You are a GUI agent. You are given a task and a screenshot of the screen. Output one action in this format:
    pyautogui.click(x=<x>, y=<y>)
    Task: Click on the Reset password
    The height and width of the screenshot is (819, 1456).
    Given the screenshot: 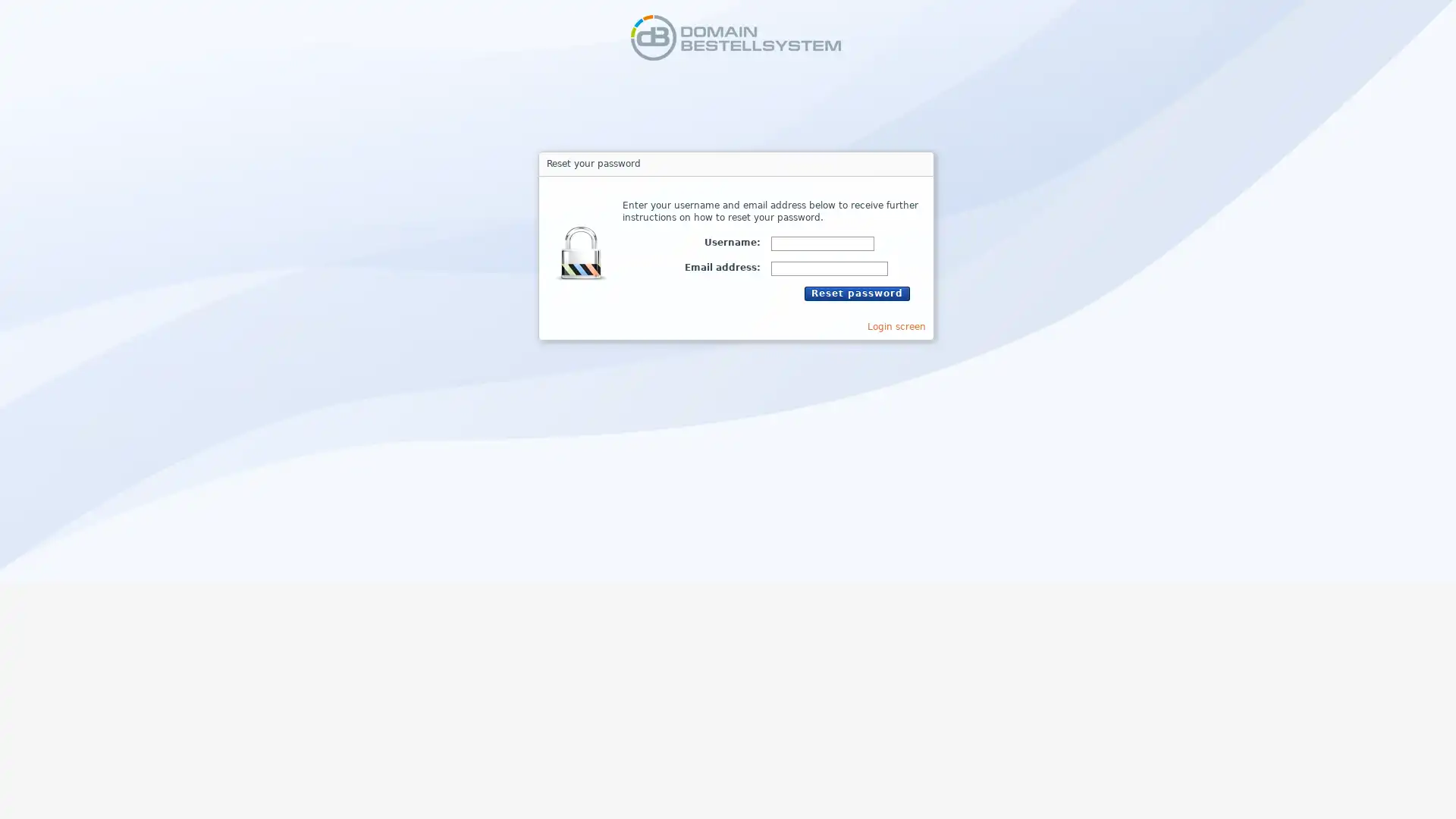 What is the action you would take?
    pyautogui.click(x=856, y=293)
    